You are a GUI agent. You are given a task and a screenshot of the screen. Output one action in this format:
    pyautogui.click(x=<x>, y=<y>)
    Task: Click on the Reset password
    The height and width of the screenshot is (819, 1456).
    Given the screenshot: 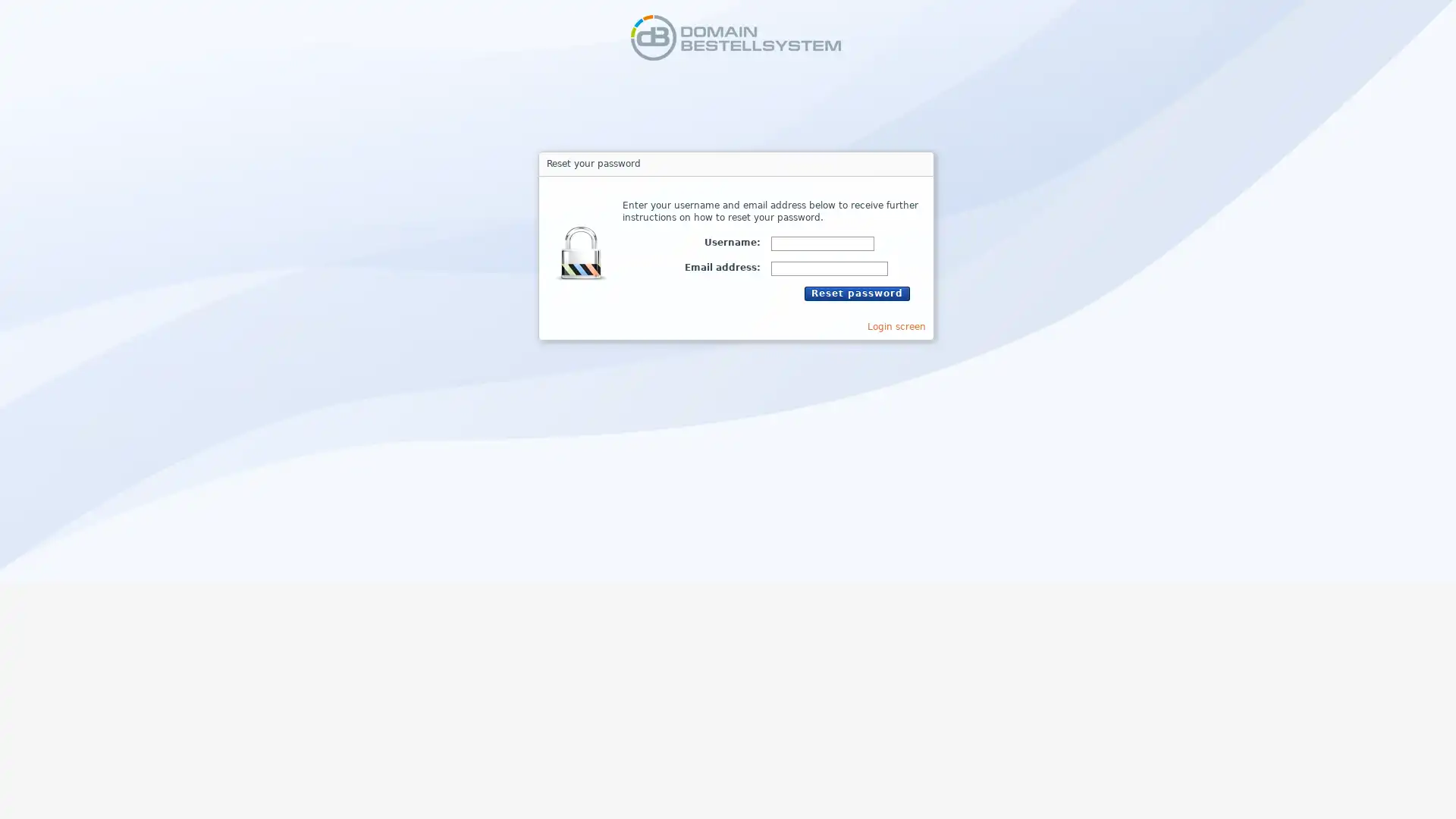 What is the action you would take?
    pyautogui.click(x=856, y=293)
    